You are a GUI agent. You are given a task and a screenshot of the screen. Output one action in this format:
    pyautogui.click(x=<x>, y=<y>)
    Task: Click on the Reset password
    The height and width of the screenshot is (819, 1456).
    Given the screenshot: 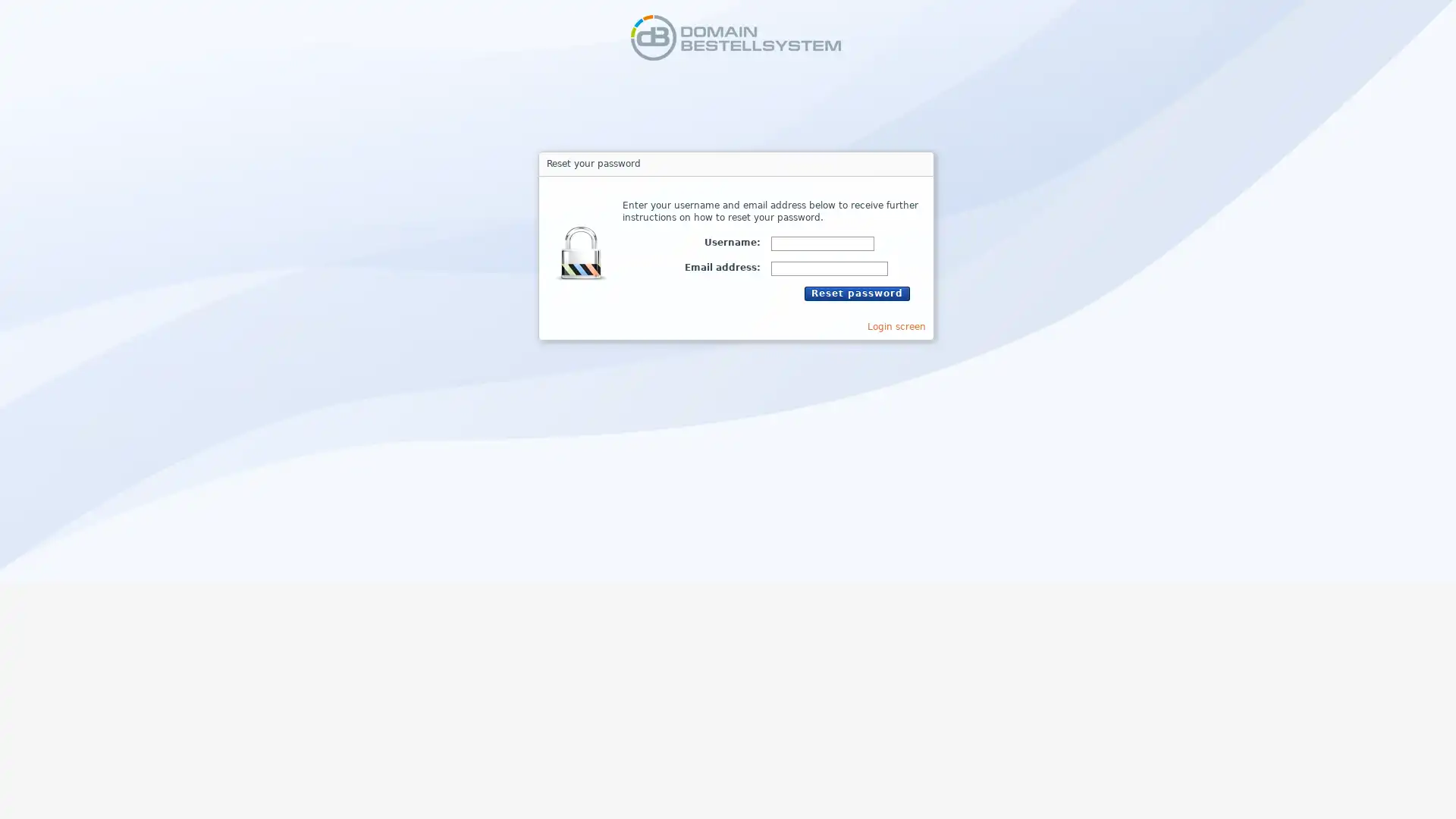 What is the action you would take?
    pyautogui.click(x=856, y=293)
    